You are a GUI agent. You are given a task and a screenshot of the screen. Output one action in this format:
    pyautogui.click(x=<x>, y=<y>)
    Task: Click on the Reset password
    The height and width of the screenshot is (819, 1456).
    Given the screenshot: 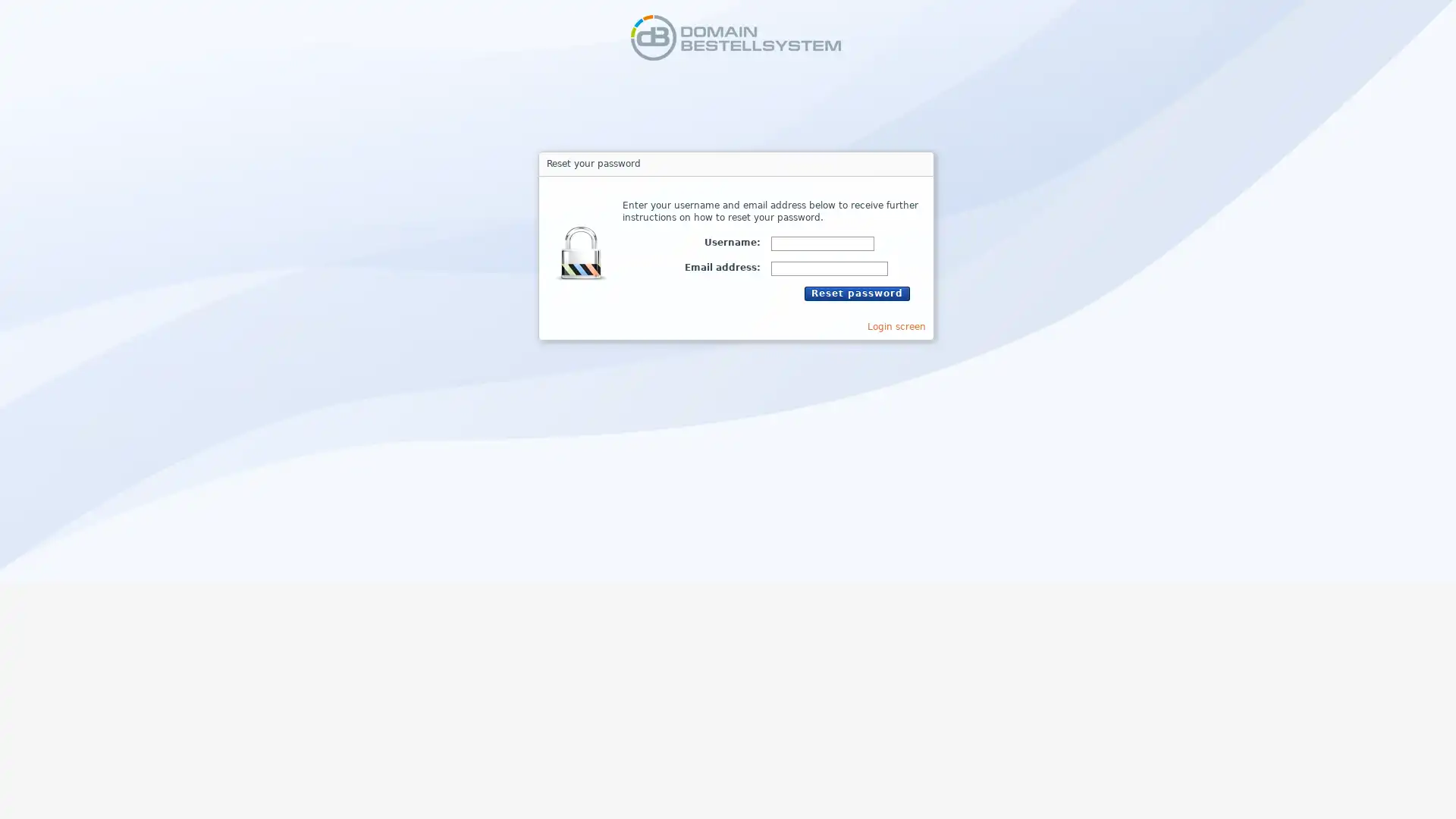 What is the action you would take?
    pyautogui.click(x=856, y=293)
    